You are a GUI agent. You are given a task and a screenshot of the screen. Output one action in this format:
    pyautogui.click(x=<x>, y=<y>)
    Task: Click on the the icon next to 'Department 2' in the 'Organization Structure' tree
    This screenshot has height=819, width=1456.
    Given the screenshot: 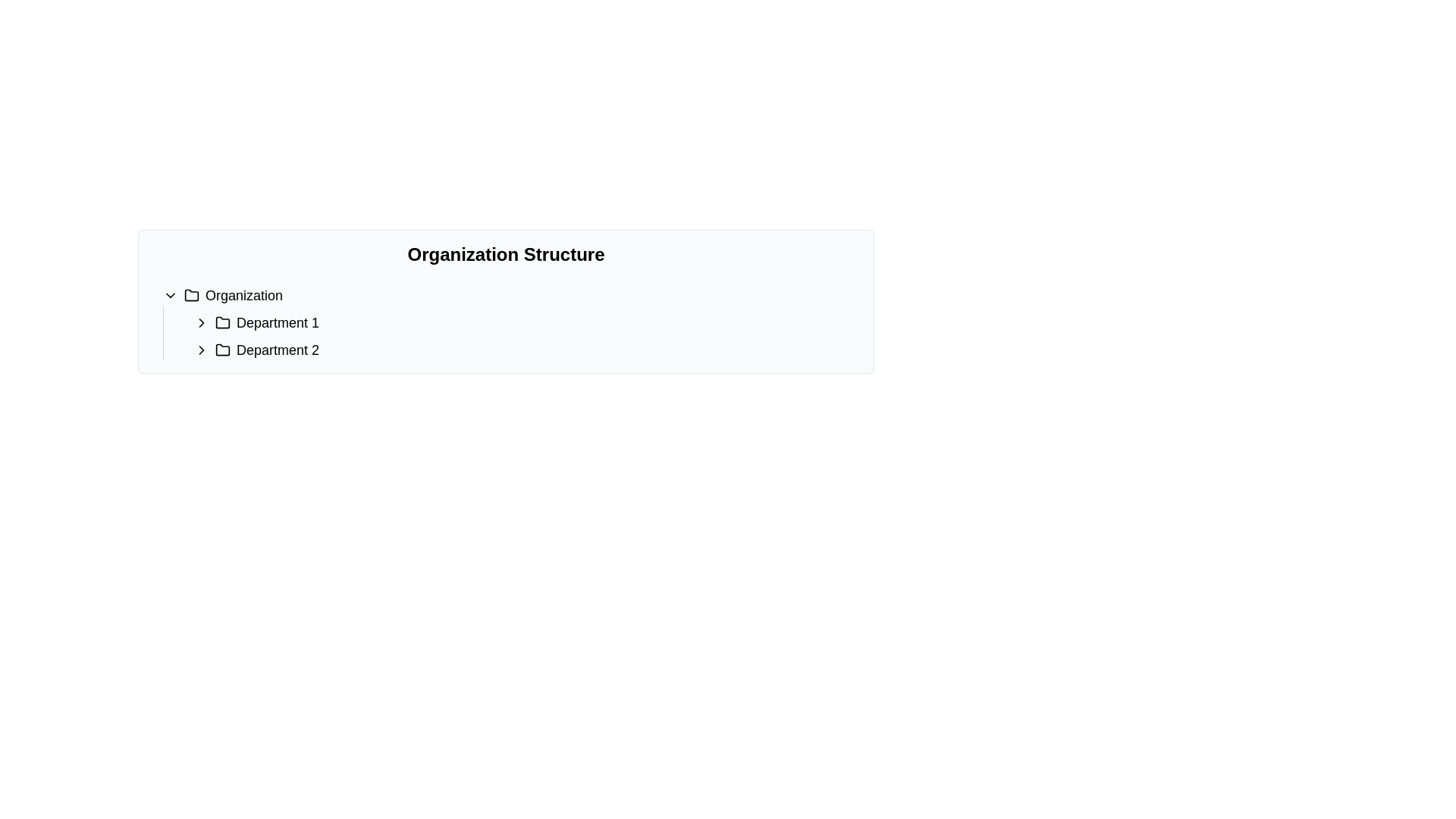 What is the action you would take?
    pyautogui.click(x=200, y=350)
    